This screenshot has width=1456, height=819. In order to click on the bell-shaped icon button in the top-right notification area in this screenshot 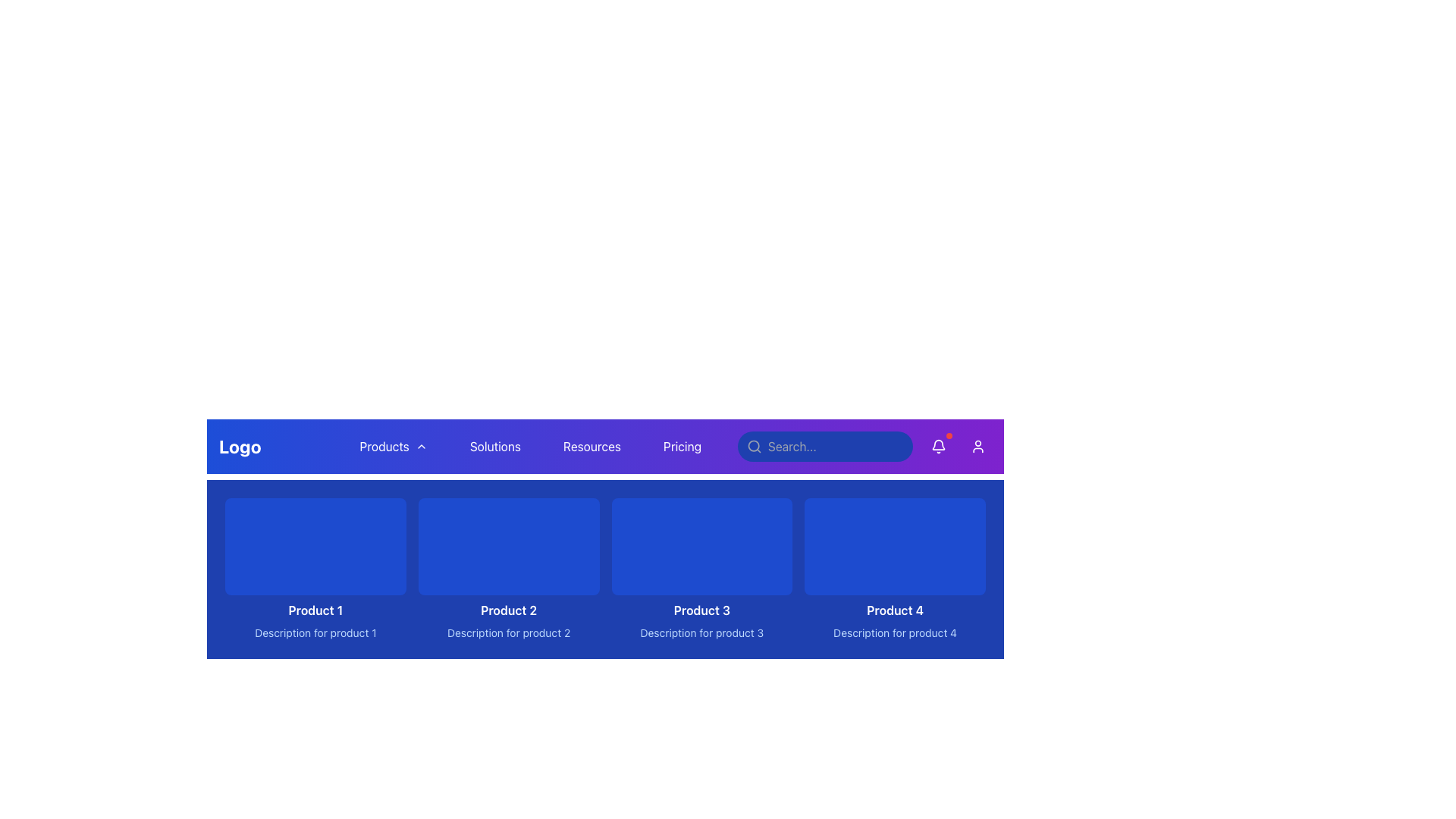, I will do `click(938, 446)`.